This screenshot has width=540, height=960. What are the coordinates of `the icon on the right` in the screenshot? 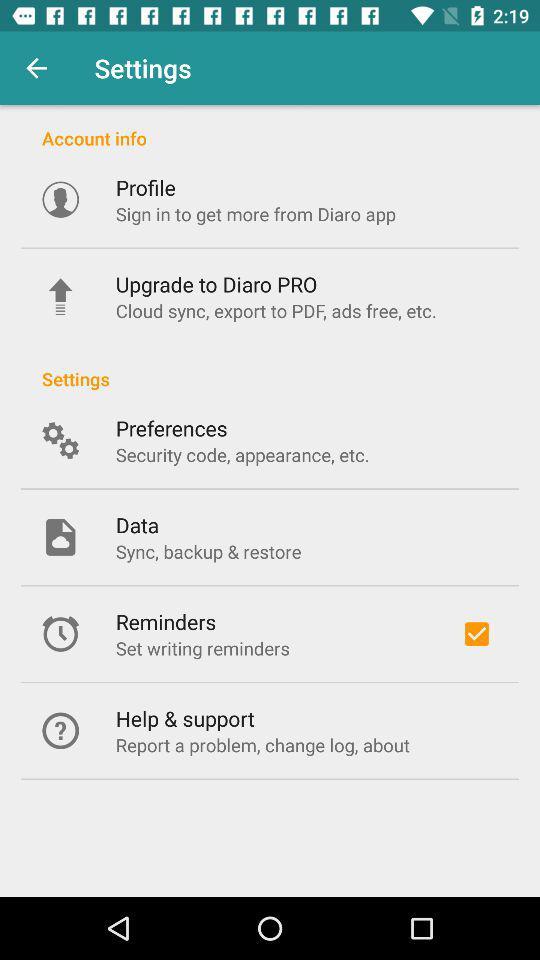 It's located at (475, 633).